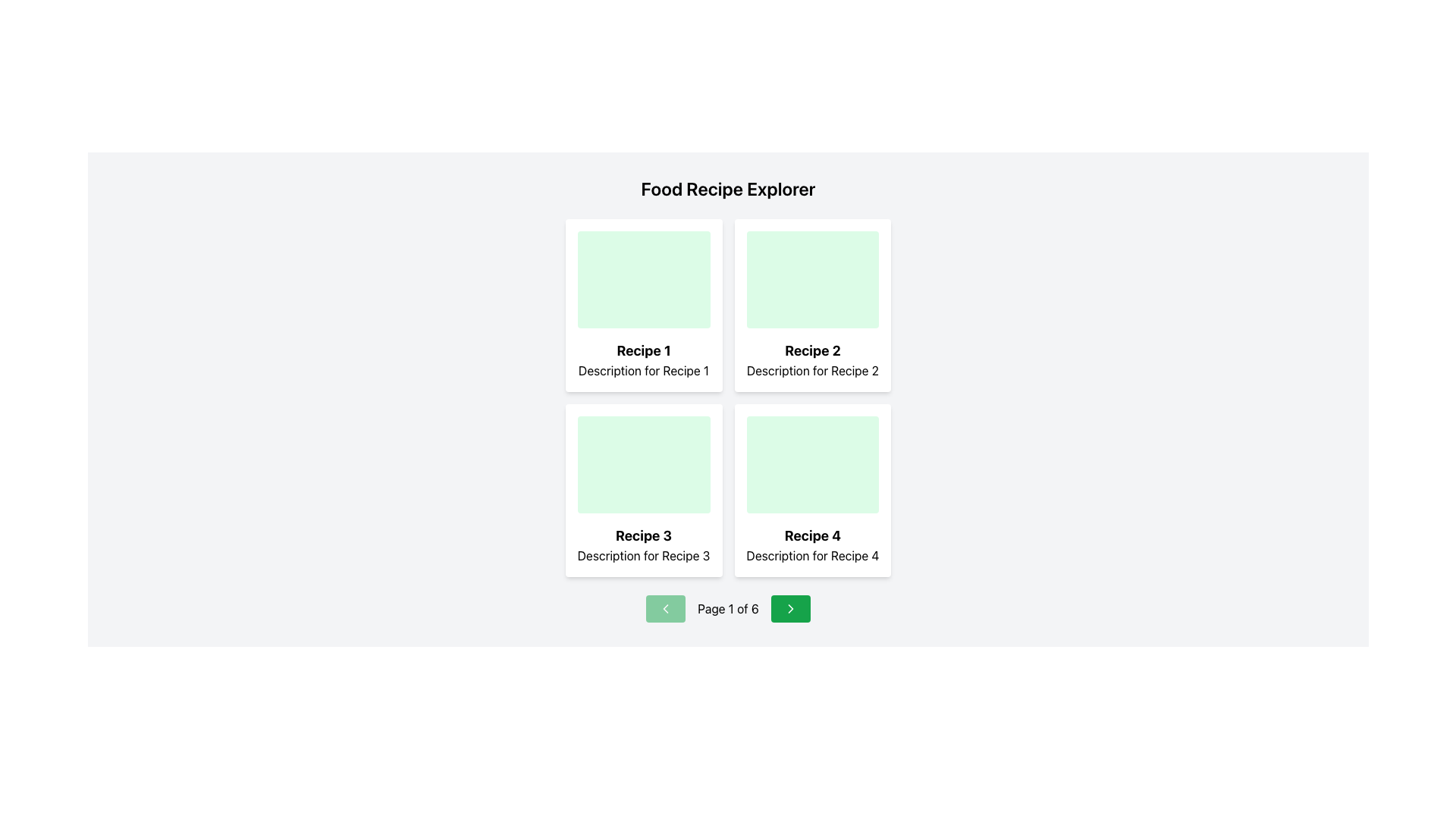 The width and height of the screenshot is (1456, 819). I want to click on the pagination control button located at the bottom-right corner of the 'Page 1 of 6' component, so click(789, 607).